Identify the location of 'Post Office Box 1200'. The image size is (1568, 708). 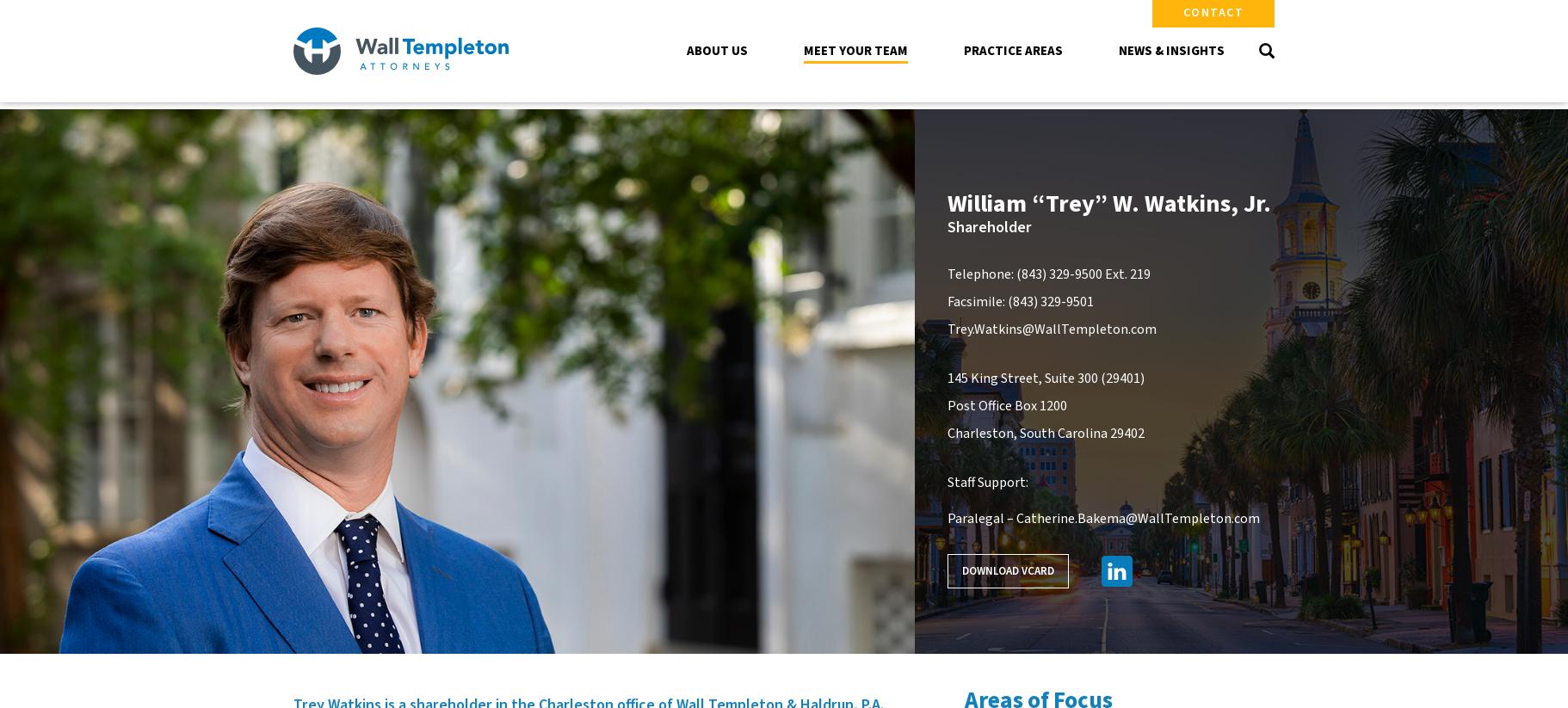
(1005, 404).